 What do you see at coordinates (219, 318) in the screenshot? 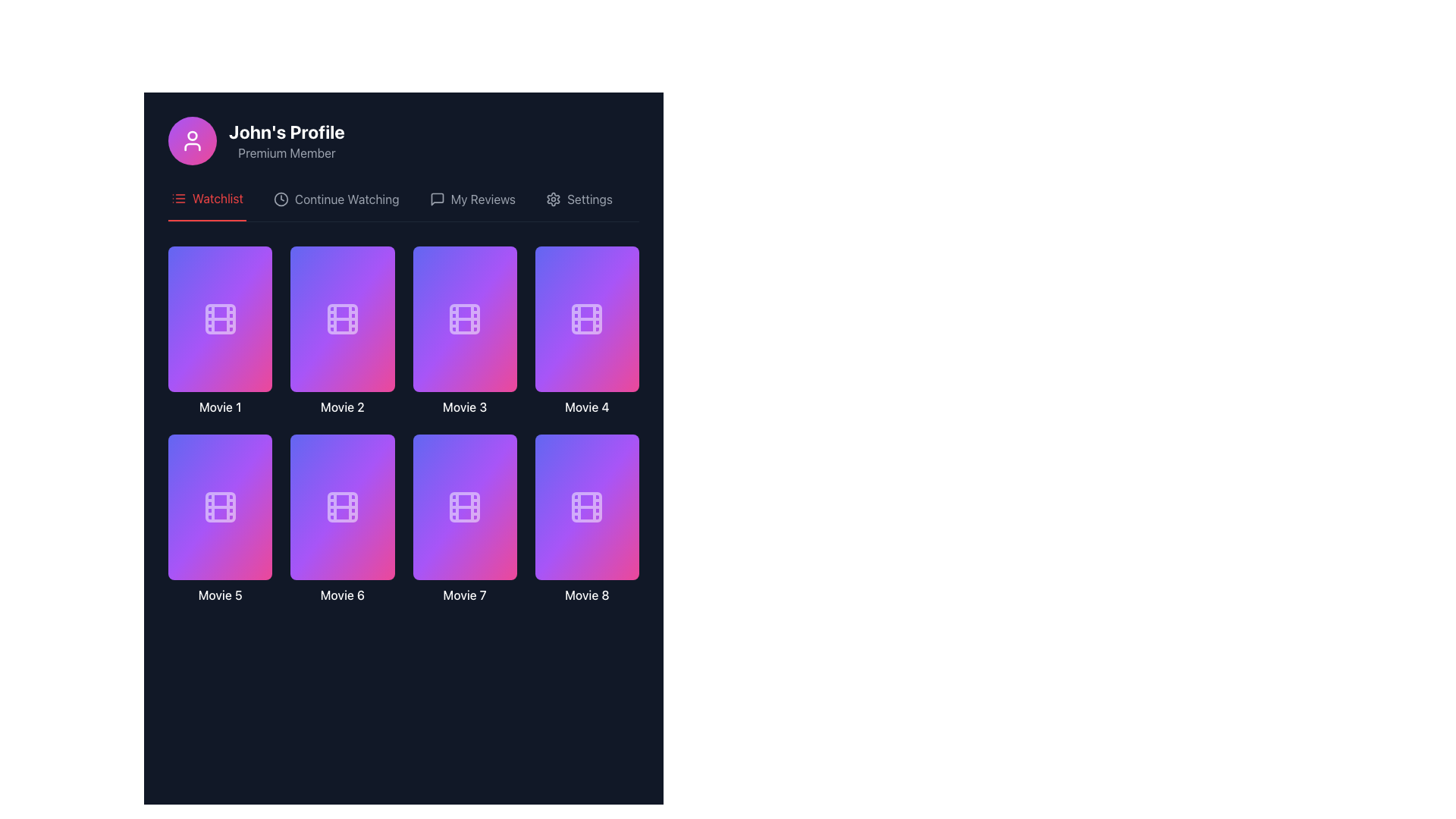
I see `the Card element representing a video or movie item, which is the first in a grid structure under the 'Watchlist' tab` at bounding box center [219, 318].